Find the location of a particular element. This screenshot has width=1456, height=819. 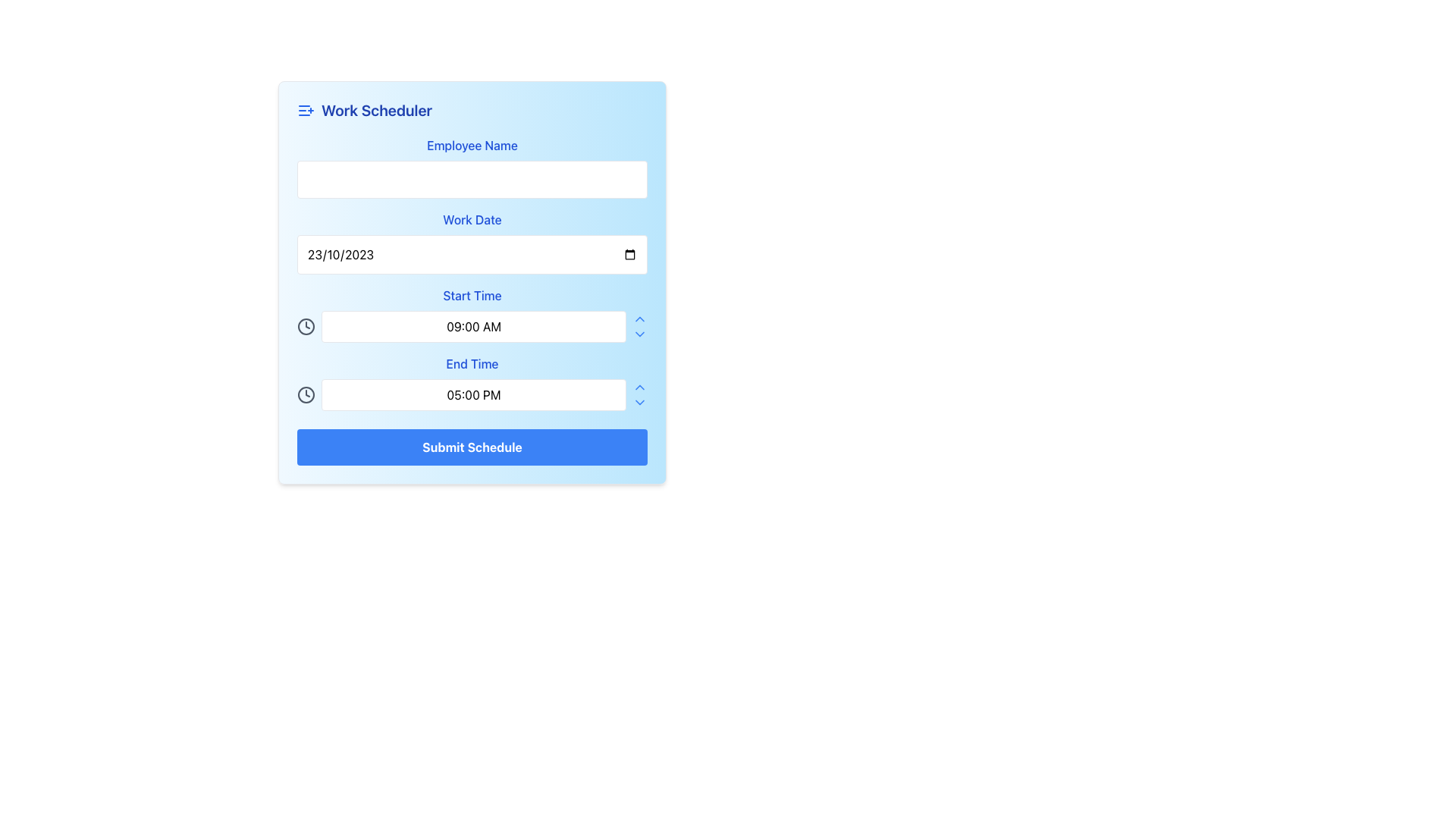

the downward-pointing arrow icon button next to the 'End Time' input field is located at coordinates (640, 402).